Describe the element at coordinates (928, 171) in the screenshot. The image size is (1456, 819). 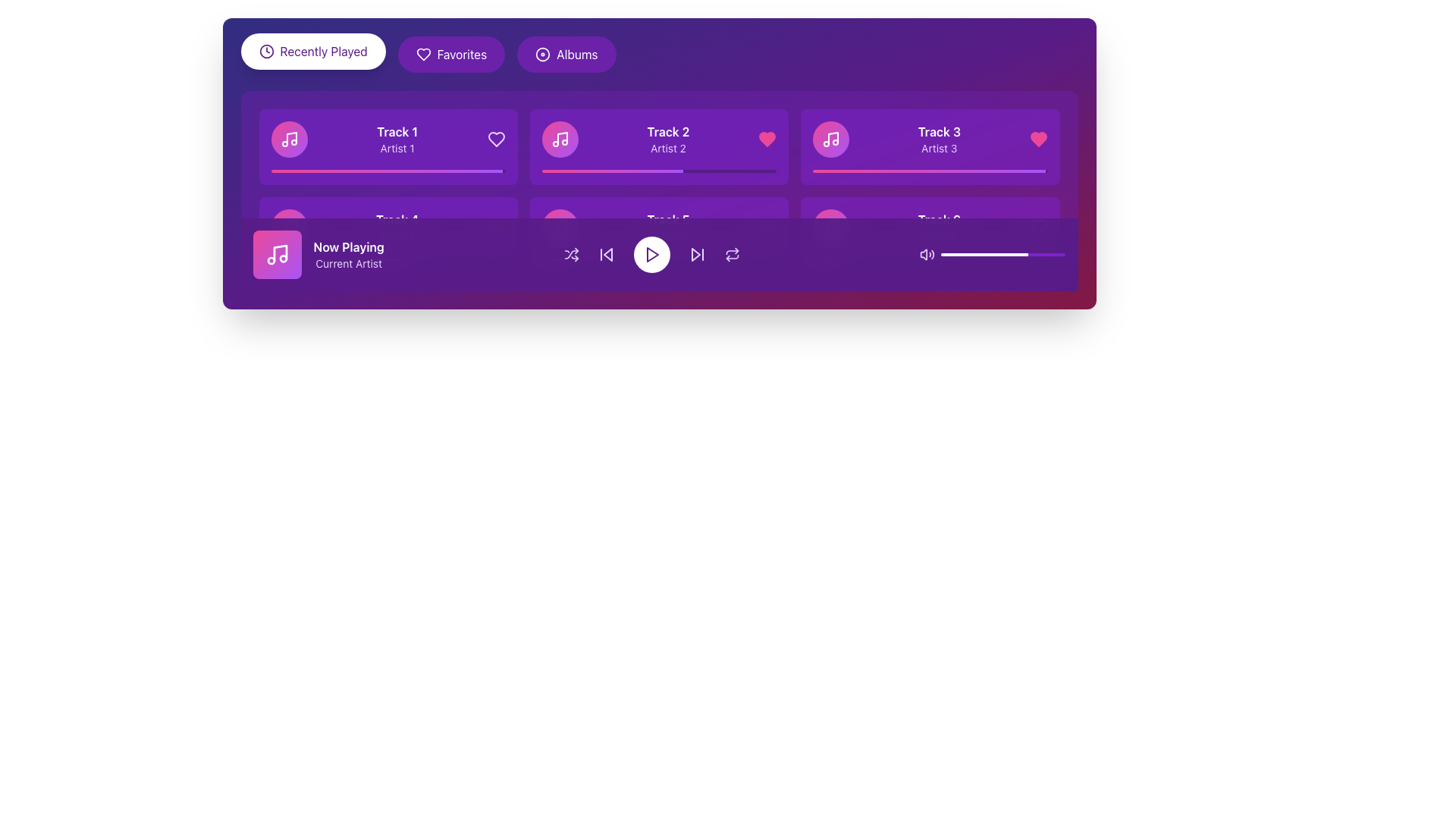
I see `the progress bar in 'Track 3' by 'Artist 3', which is a horizontal gradient bar transitioning from pink to purple` at that location.